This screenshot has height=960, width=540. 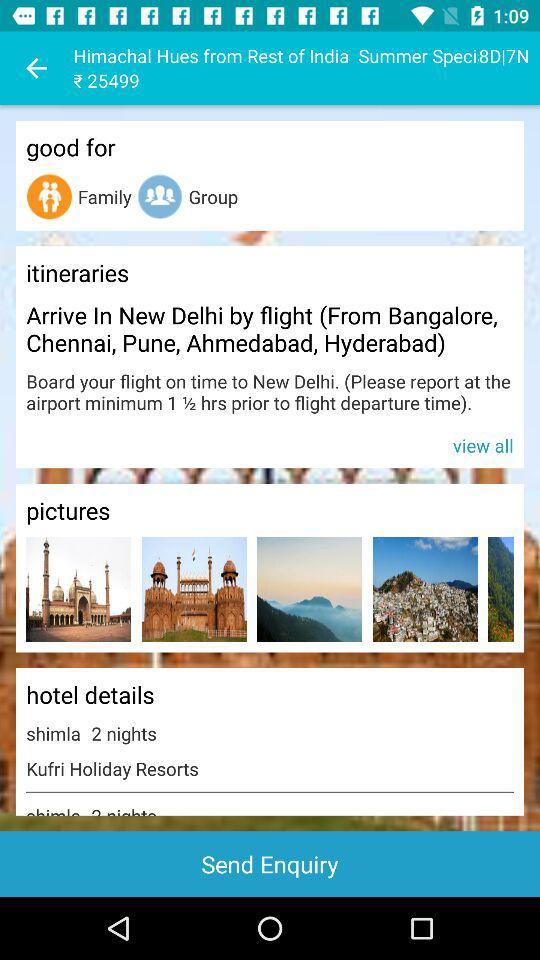 What do you see at coordinates (36, 68) in the screenshot?
I see `icon to the left of the himachal hues from` at bounding box center [36, 68].